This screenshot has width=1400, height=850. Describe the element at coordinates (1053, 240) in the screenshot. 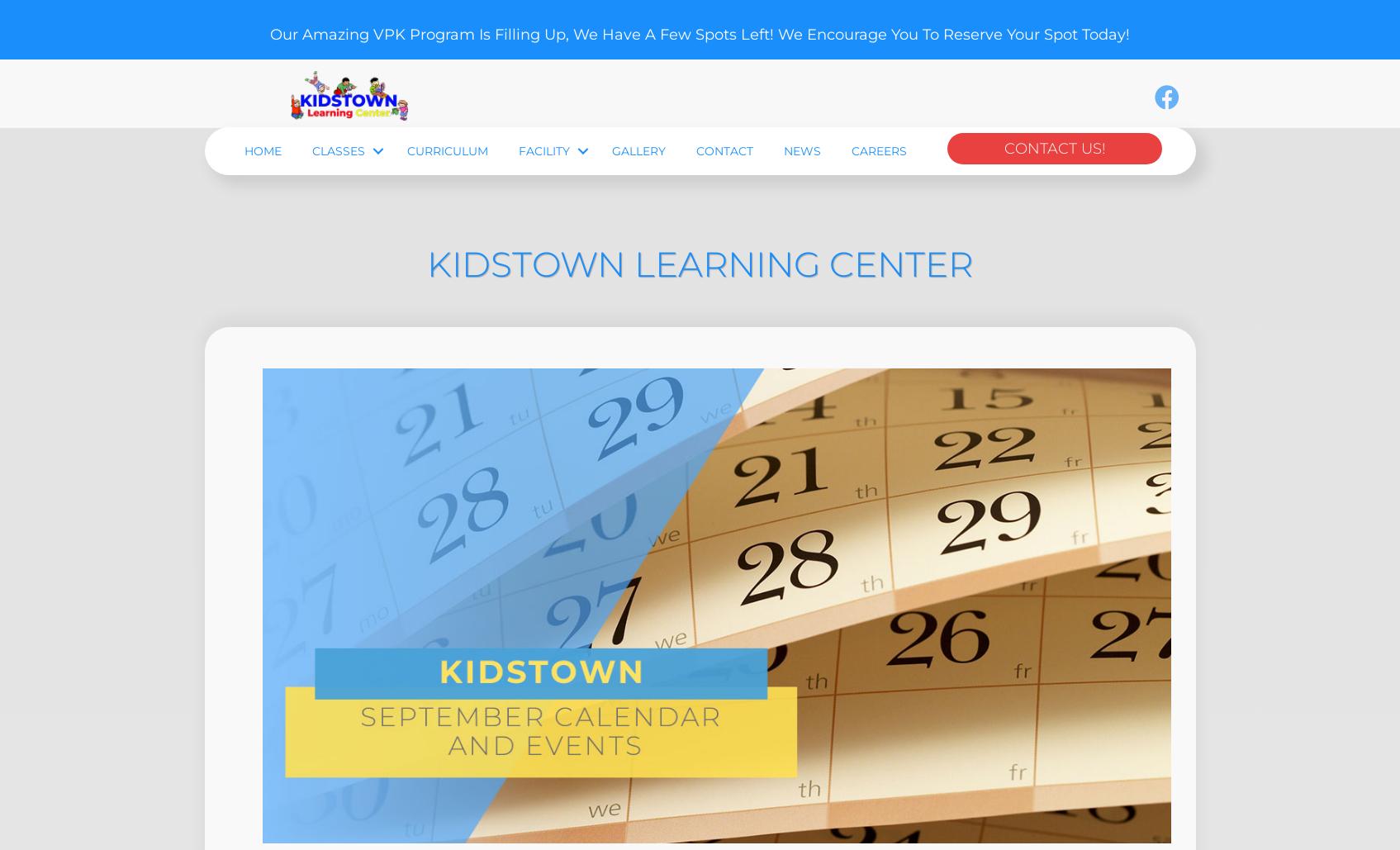

I see `'Contact Us!'` at that location.